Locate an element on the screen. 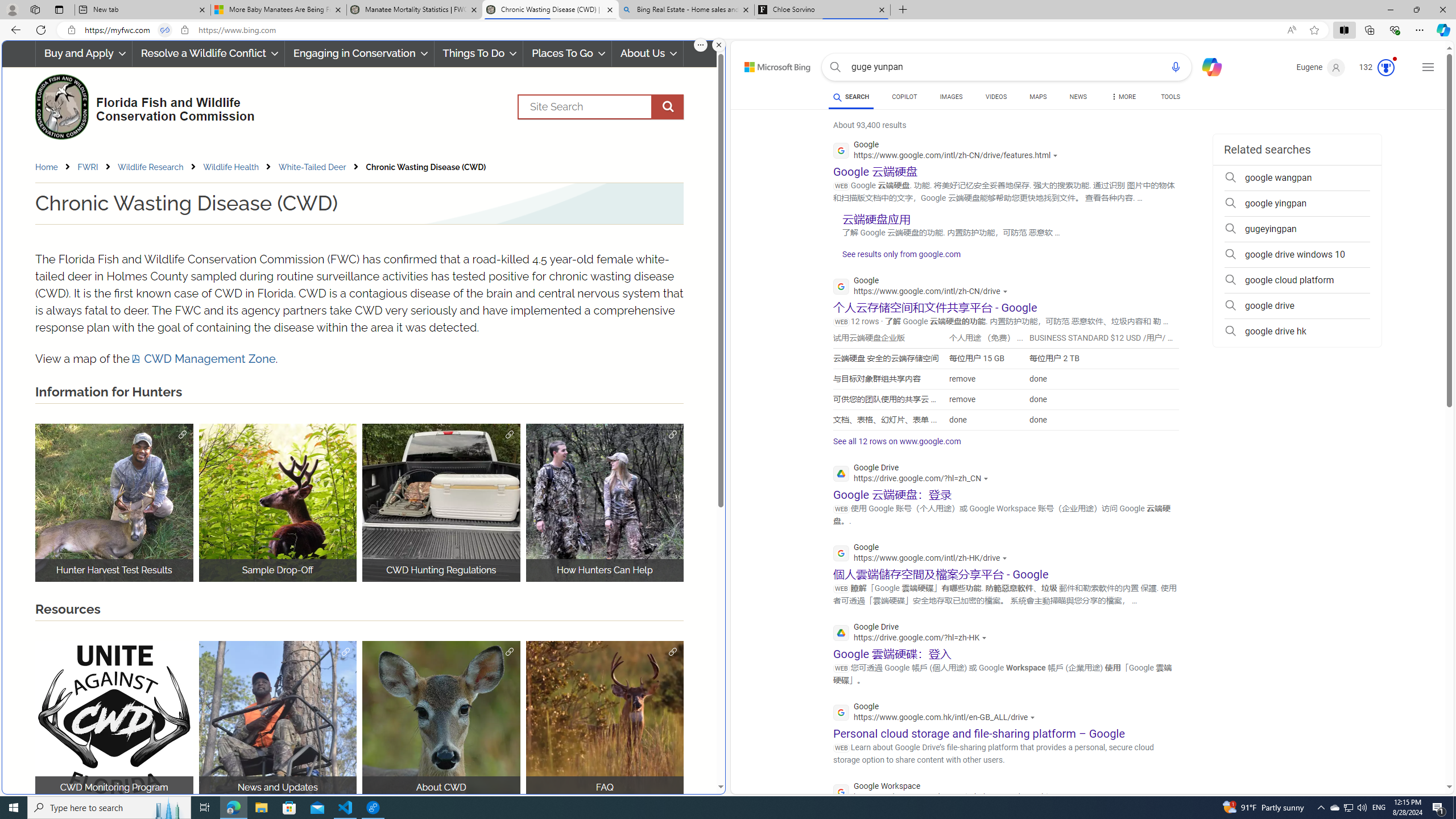  'Places To Go' is located at coordinates (566, 53).